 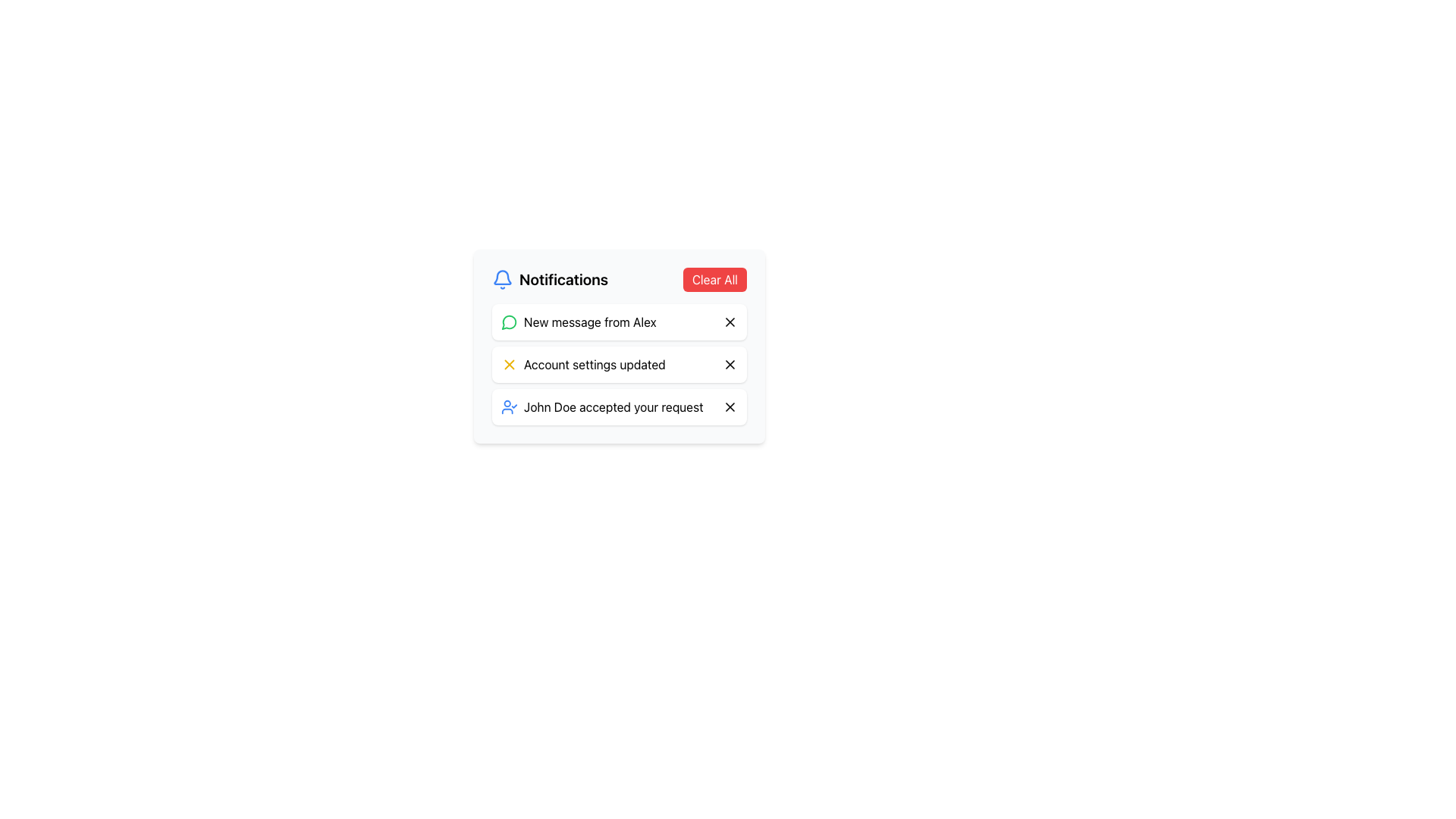 I want to click on the second notification card displaying the message 'Account settings updated' in the Notifications panel, so click(x=619, y=346).